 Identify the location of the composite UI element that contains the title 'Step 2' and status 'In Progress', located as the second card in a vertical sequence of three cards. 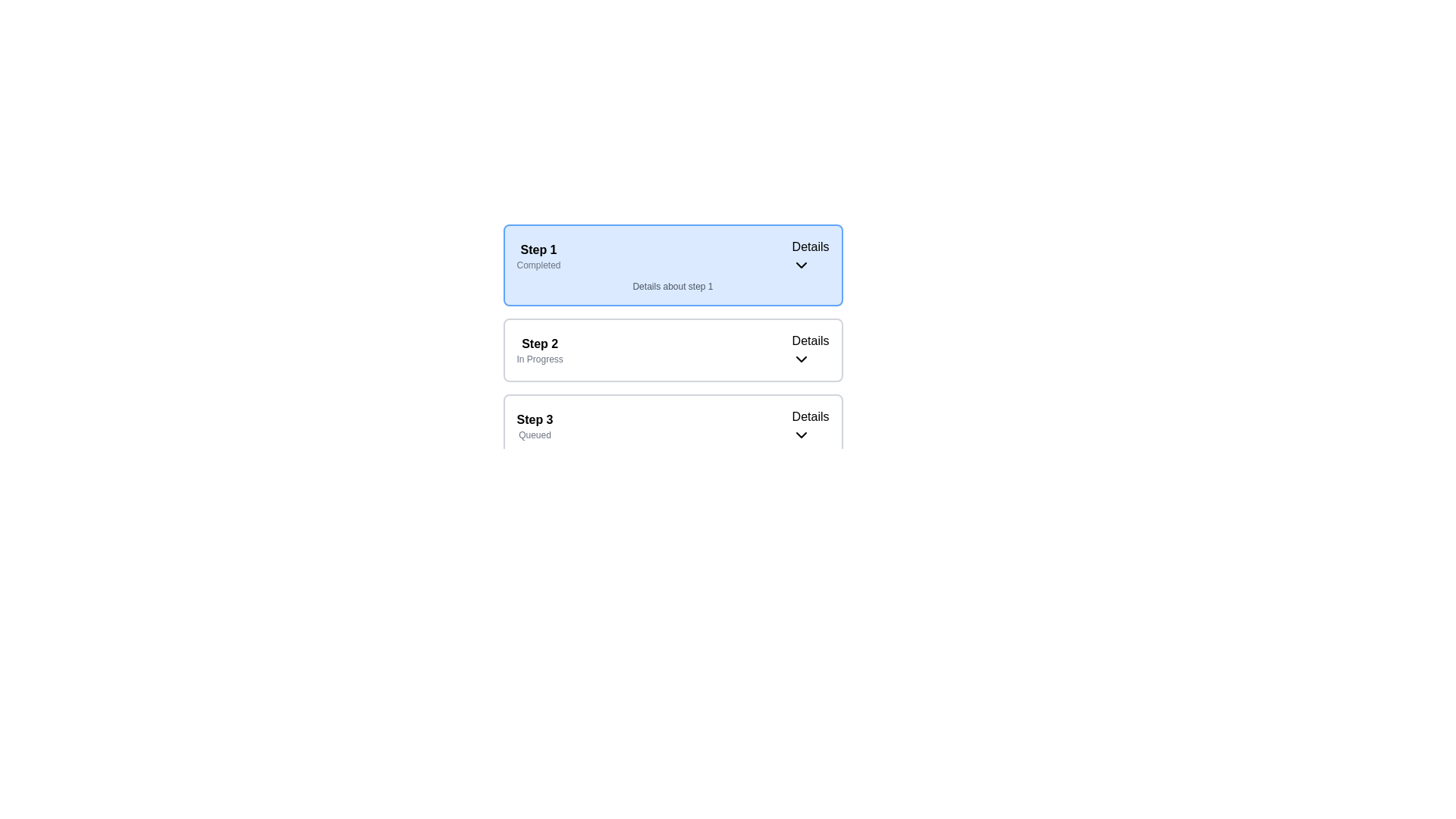
(672, 341).